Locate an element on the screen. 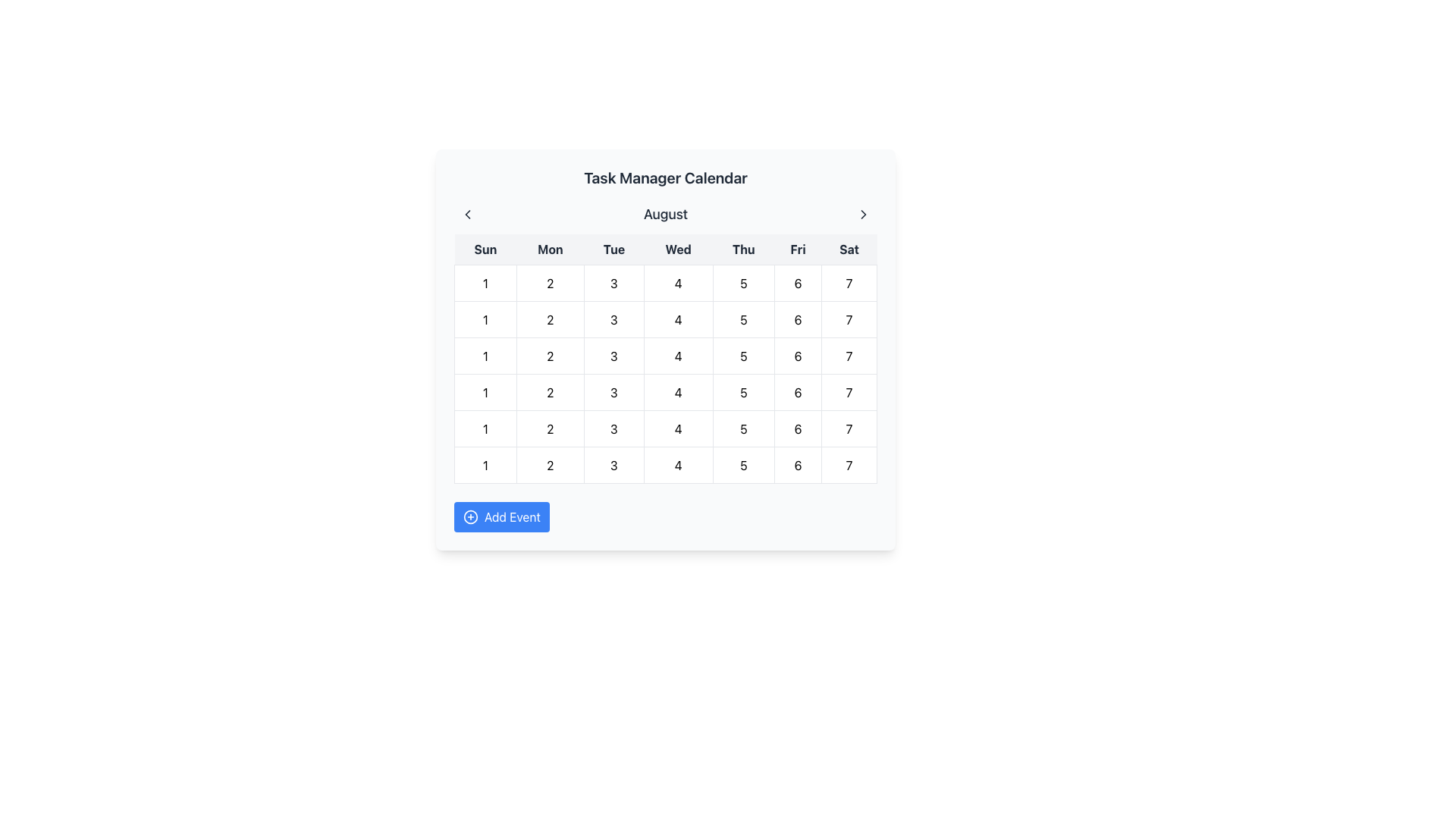 The image size is (1456, 819). the calendar cell representing the day '5' under the header 'Thu' is located at coordinates (743, 356).